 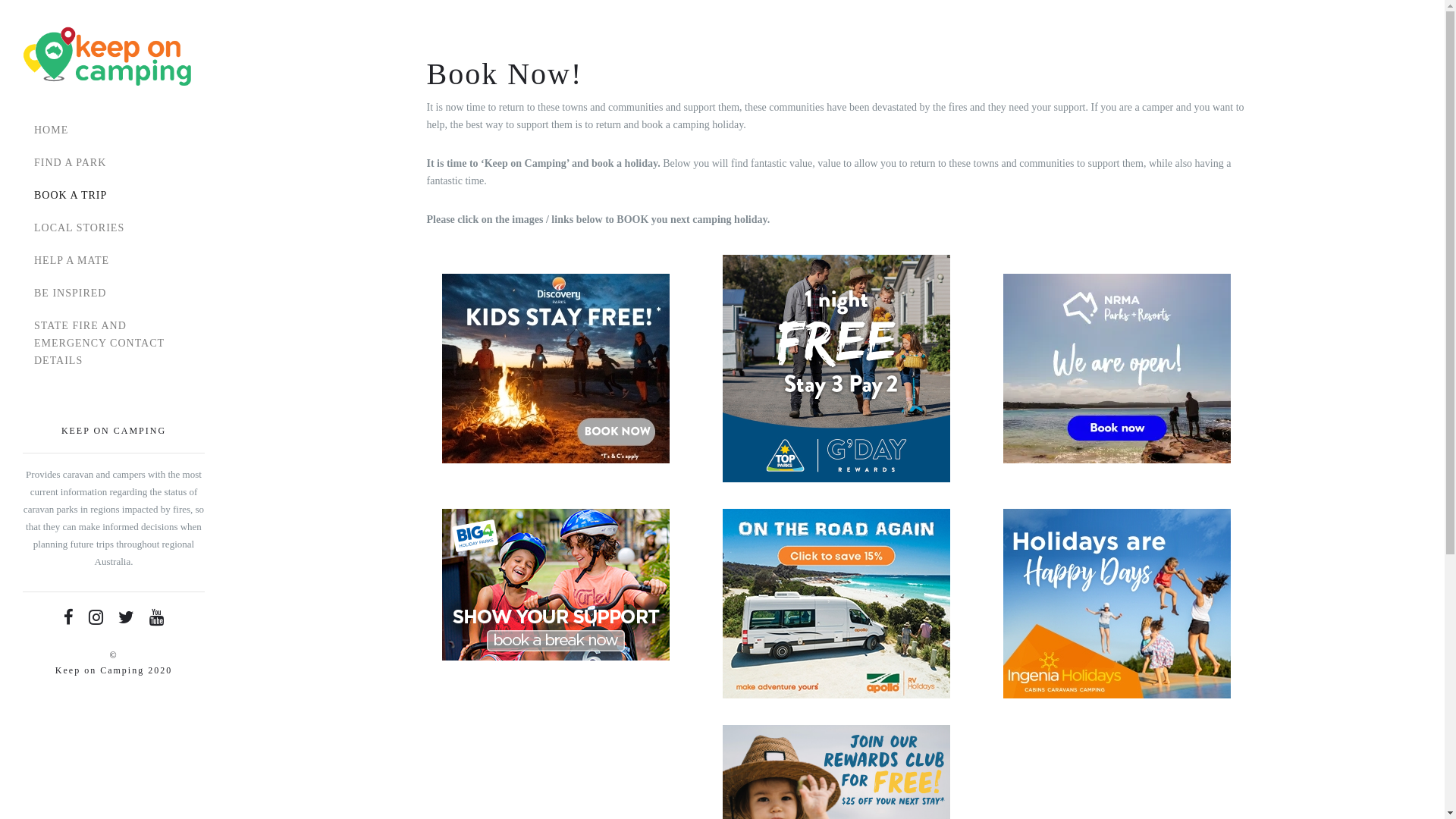 What do you see at coordinates (1116, 602) in the screenshot?
I see `'IH_RemarketingAd_HappyDays_300x250'` at bounding box center [1116, 602].